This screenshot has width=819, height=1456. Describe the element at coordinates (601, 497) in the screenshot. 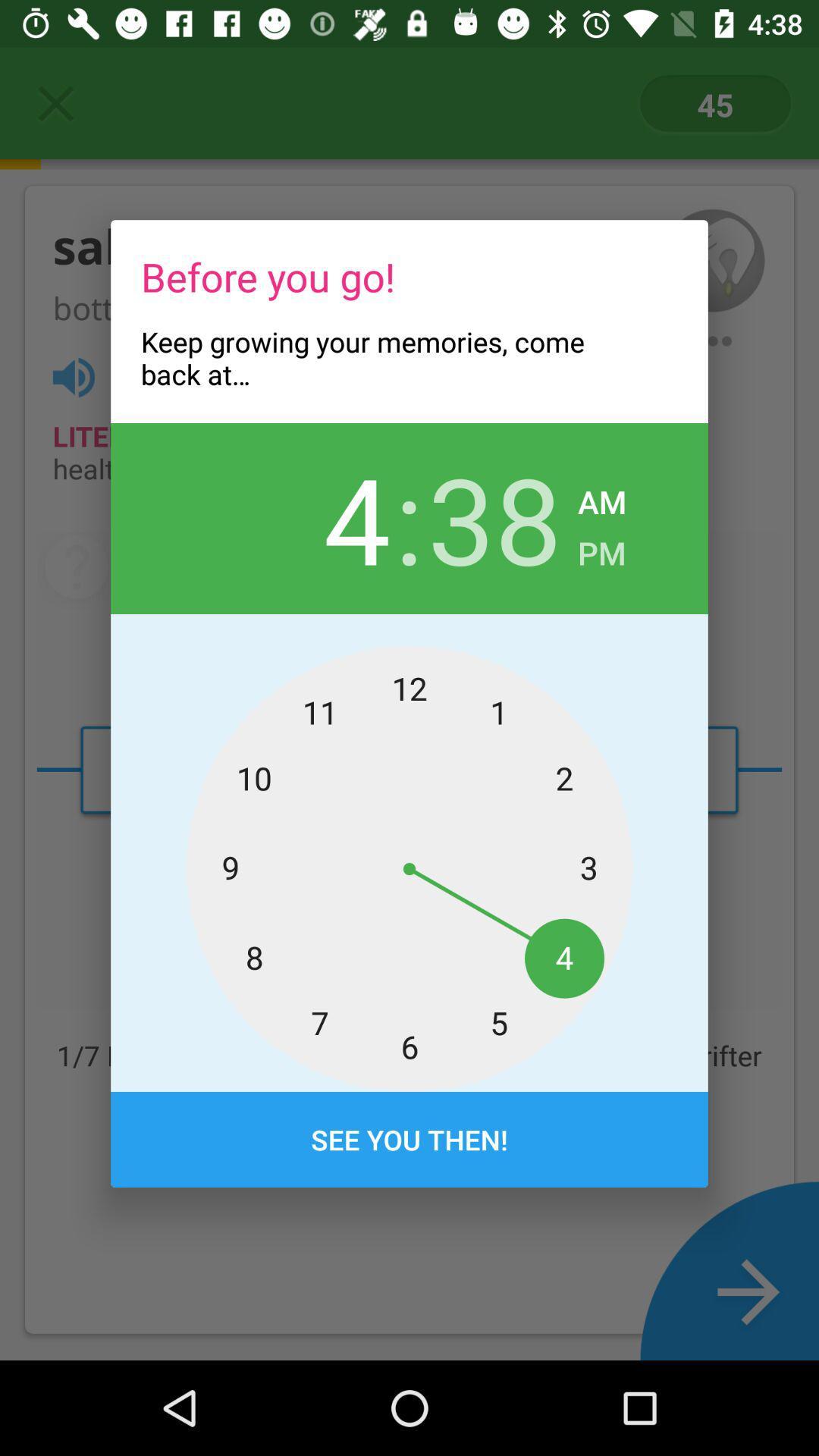

I see `the icon above the pm` at that location.